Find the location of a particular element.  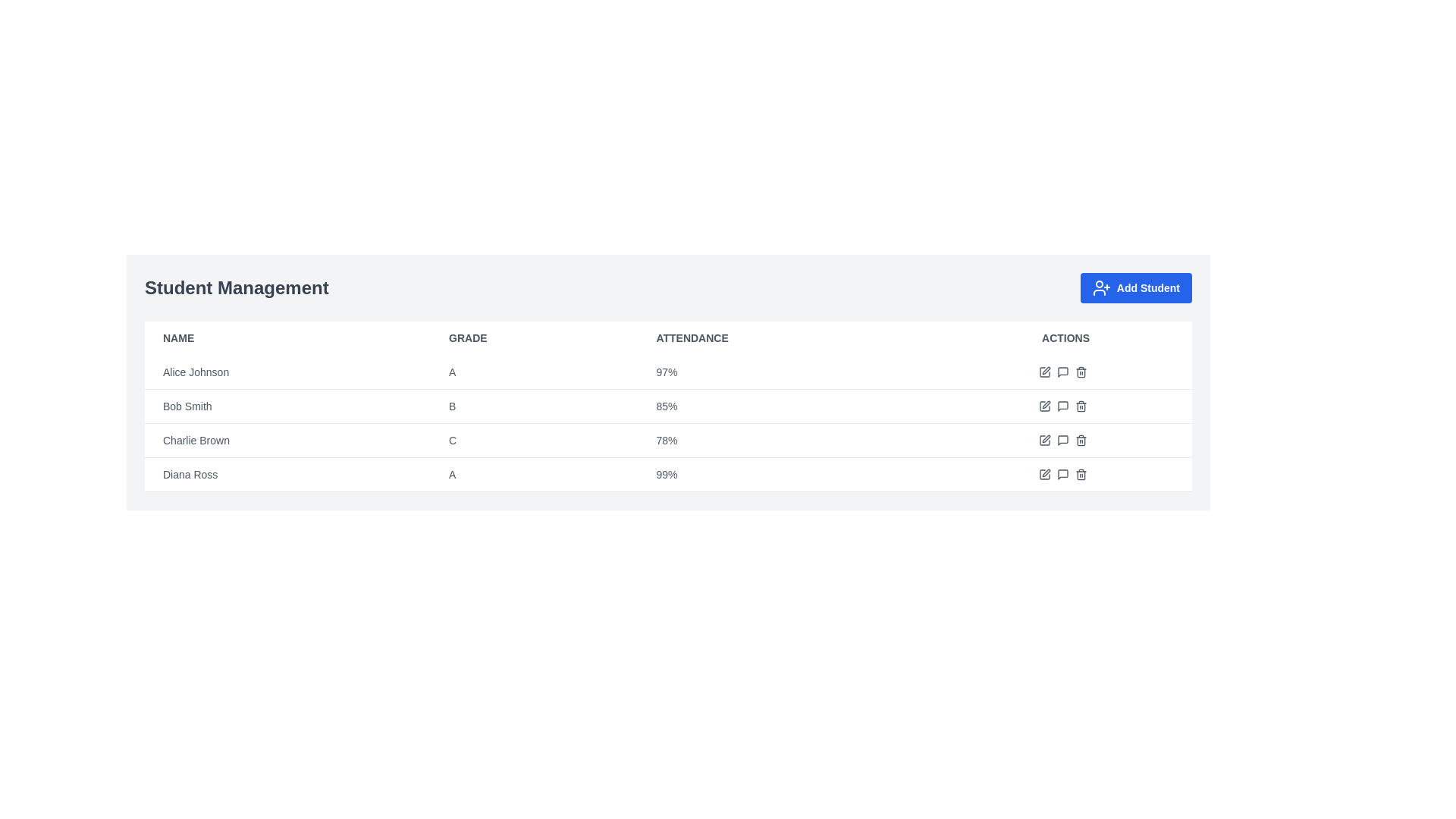

the small, square-shaped icon resembling a speech bubble located in the 'Actions' column of the second row associated with Bob Smith is located at coordinates (1062, 406).